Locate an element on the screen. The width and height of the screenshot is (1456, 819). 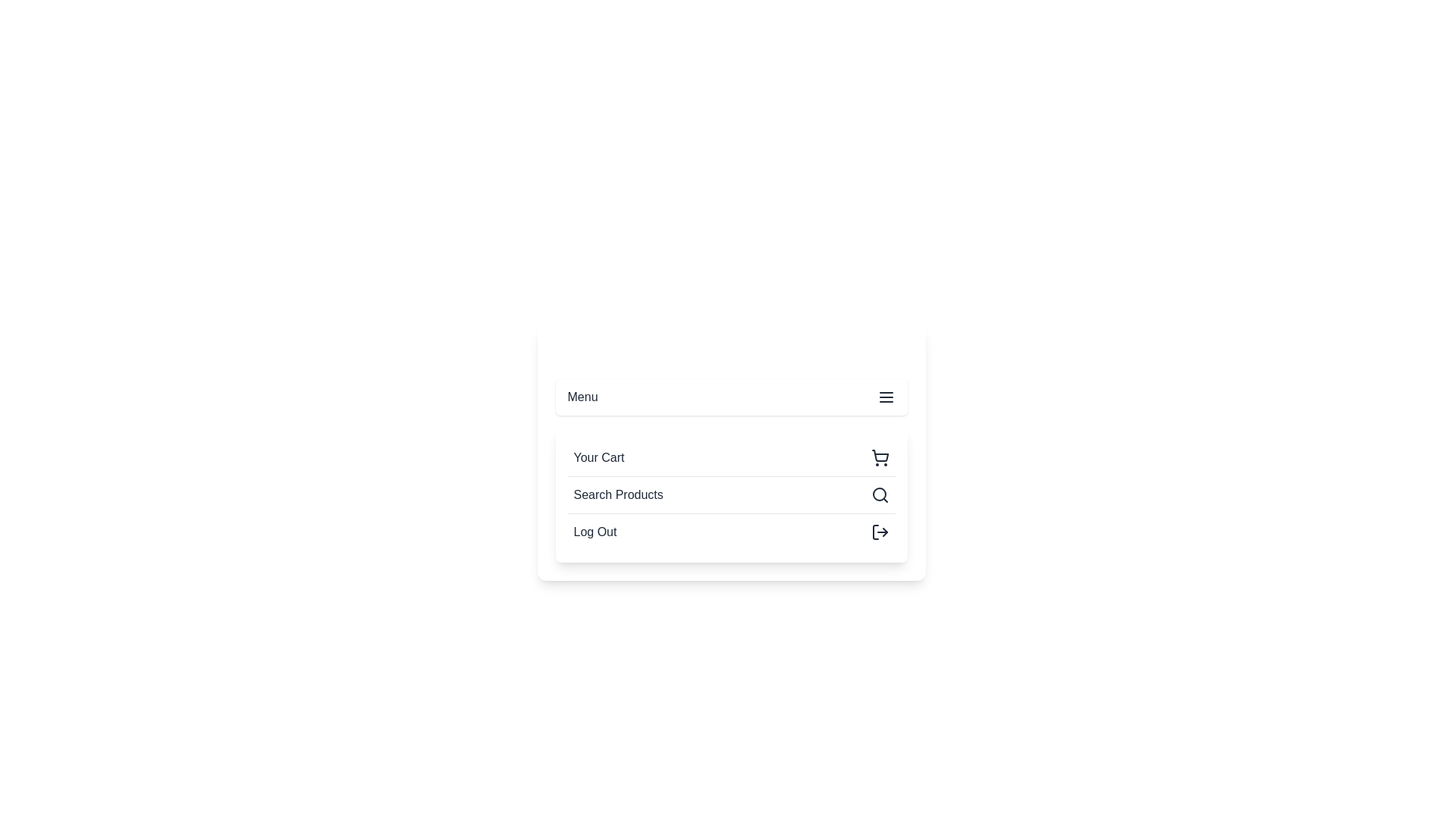
the text label that indicates the logout action, positioned to the right of the logout icon in the menu section is located at coordinates (594, 532).